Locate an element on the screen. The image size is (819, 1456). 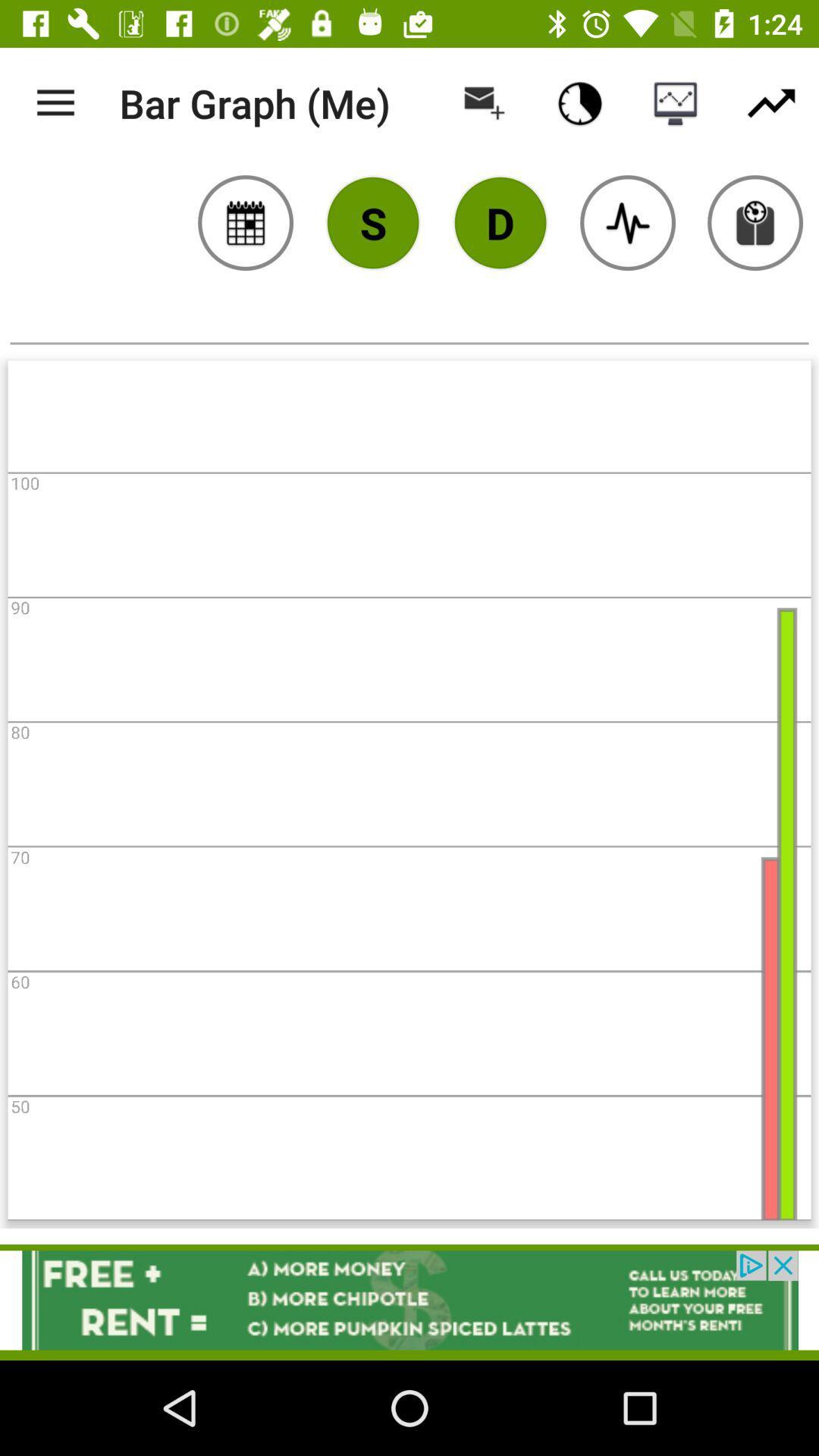
advertisement area is located at coordinates (409, 1299).